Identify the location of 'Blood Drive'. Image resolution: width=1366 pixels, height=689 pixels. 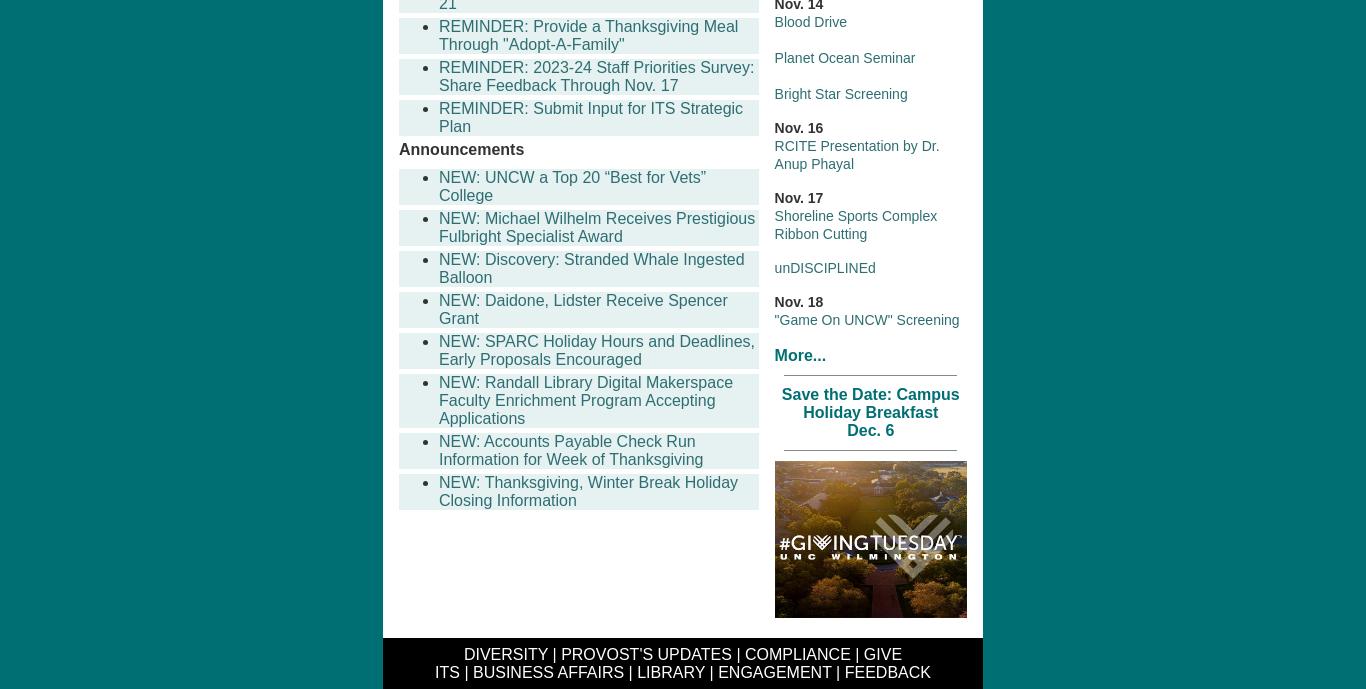
(809, 21).